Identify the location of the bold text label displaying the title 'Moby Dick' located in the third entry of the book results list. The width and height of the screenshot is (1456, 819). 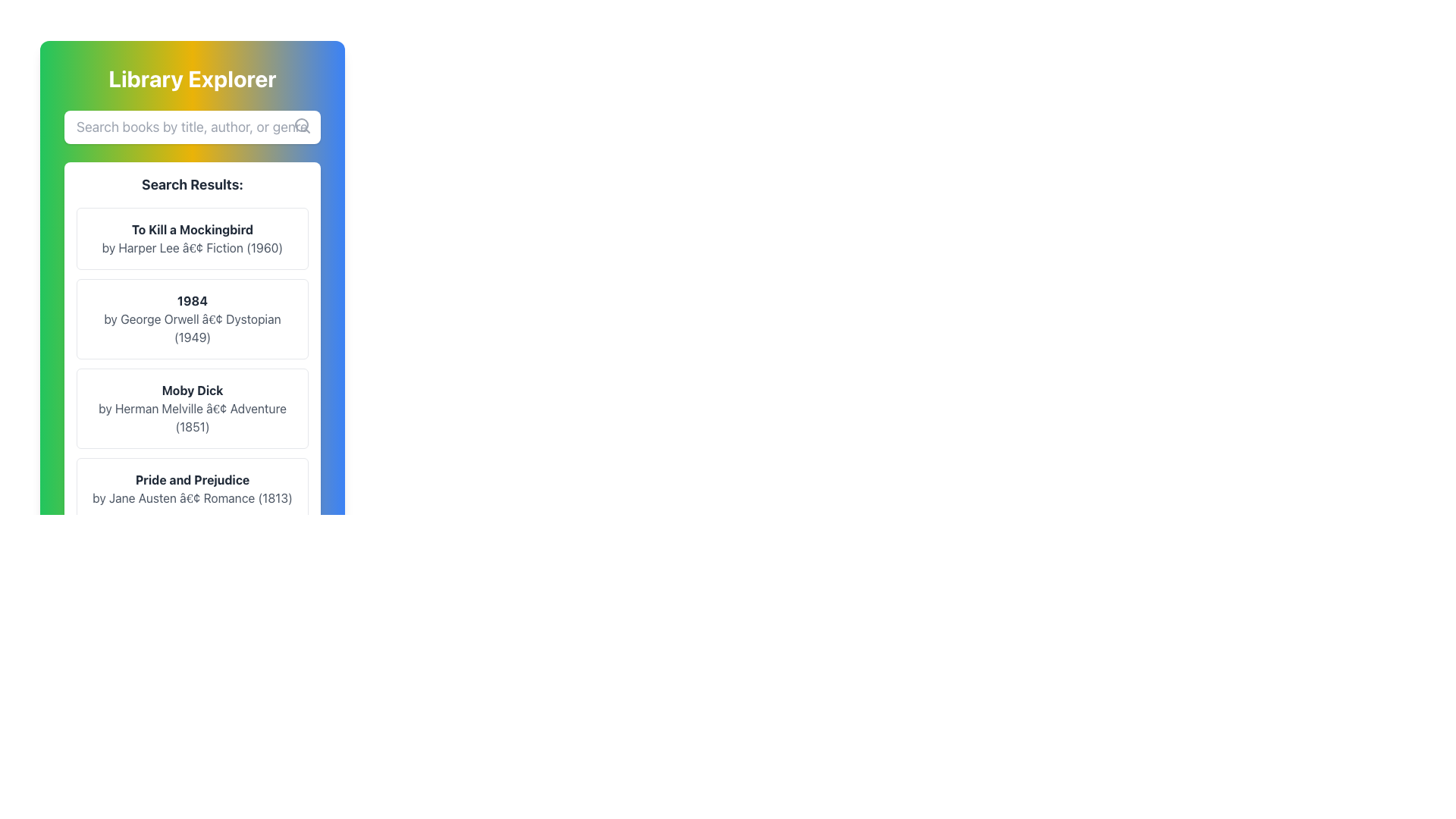
(192, 390).